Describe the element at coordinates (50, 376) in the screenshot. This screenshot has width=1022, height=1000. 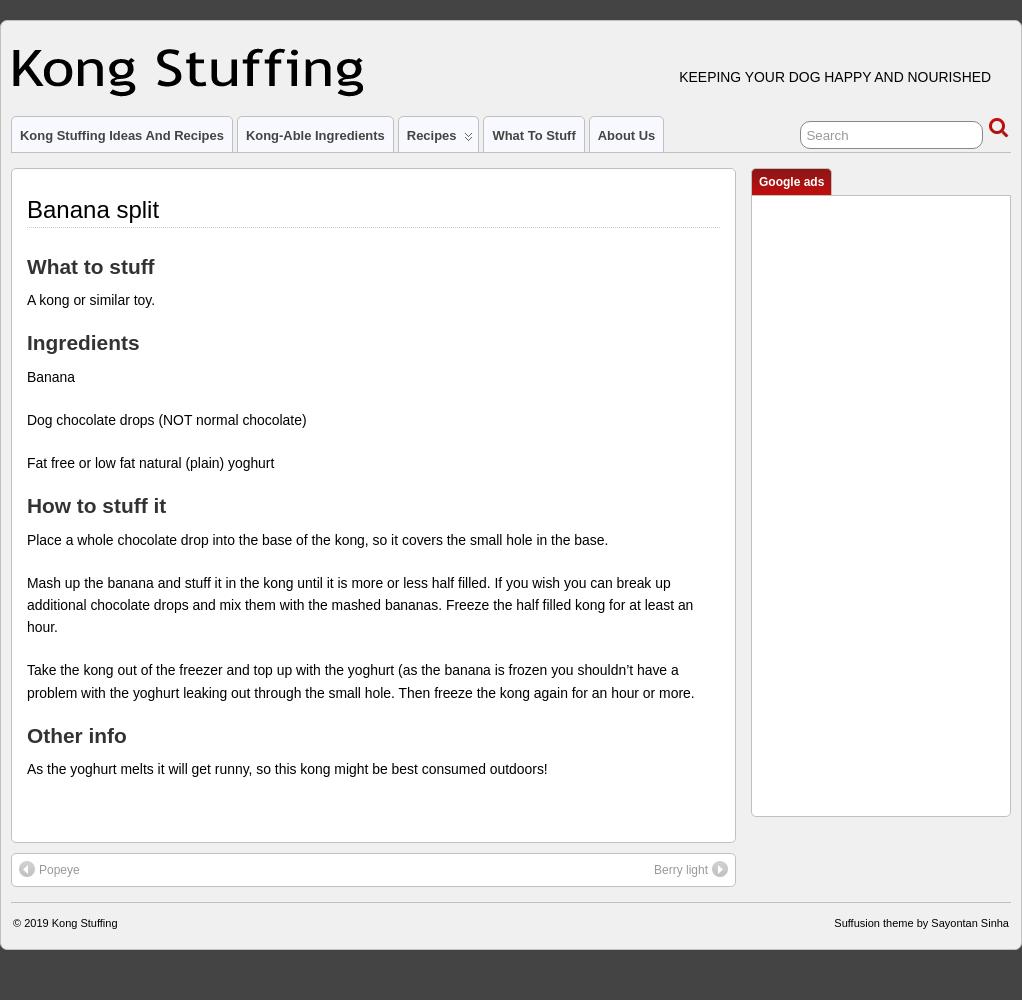
I see `'Banana'` at that location.